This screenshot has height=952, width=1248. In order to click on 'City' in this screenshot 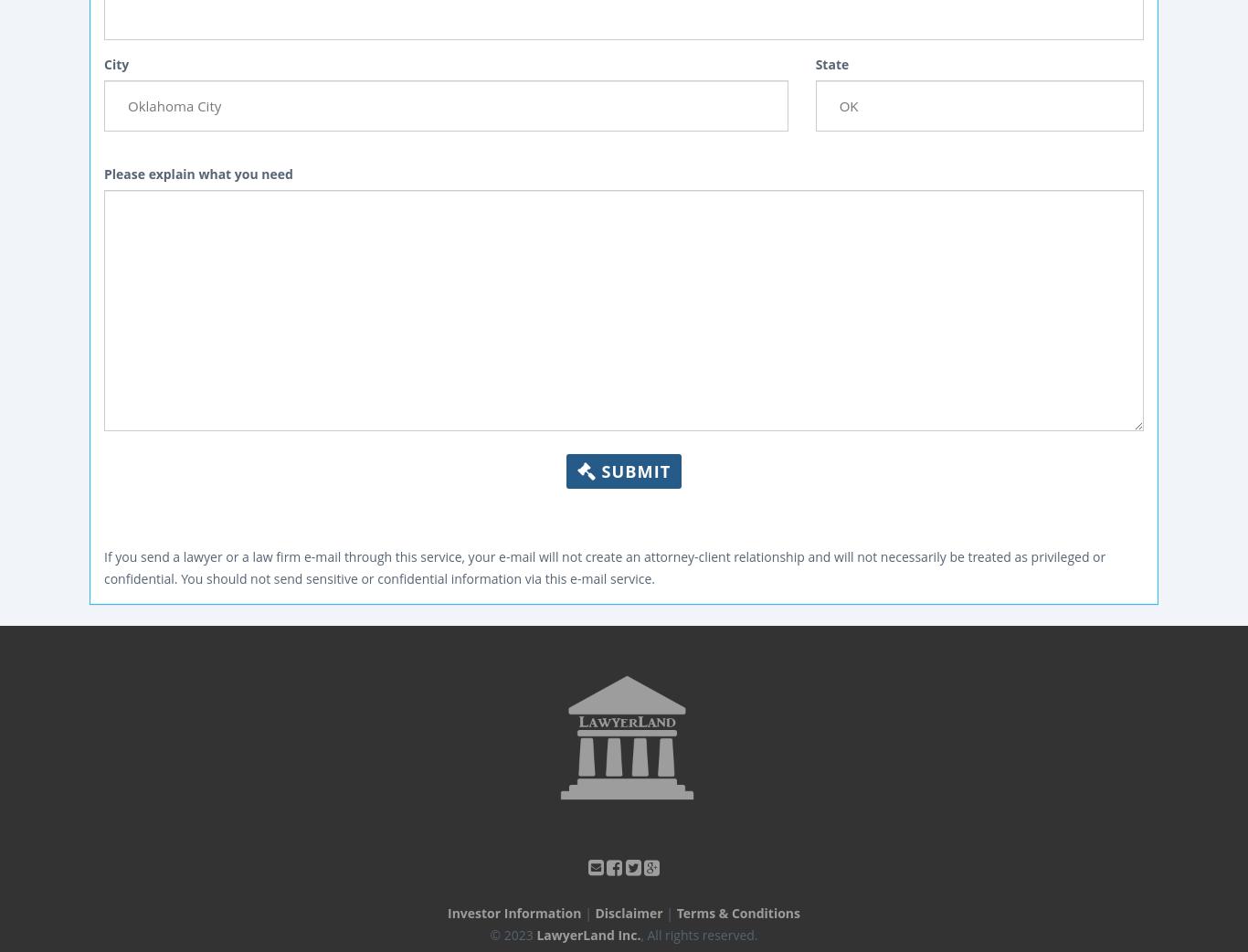, I will do `click(115, 62)`.